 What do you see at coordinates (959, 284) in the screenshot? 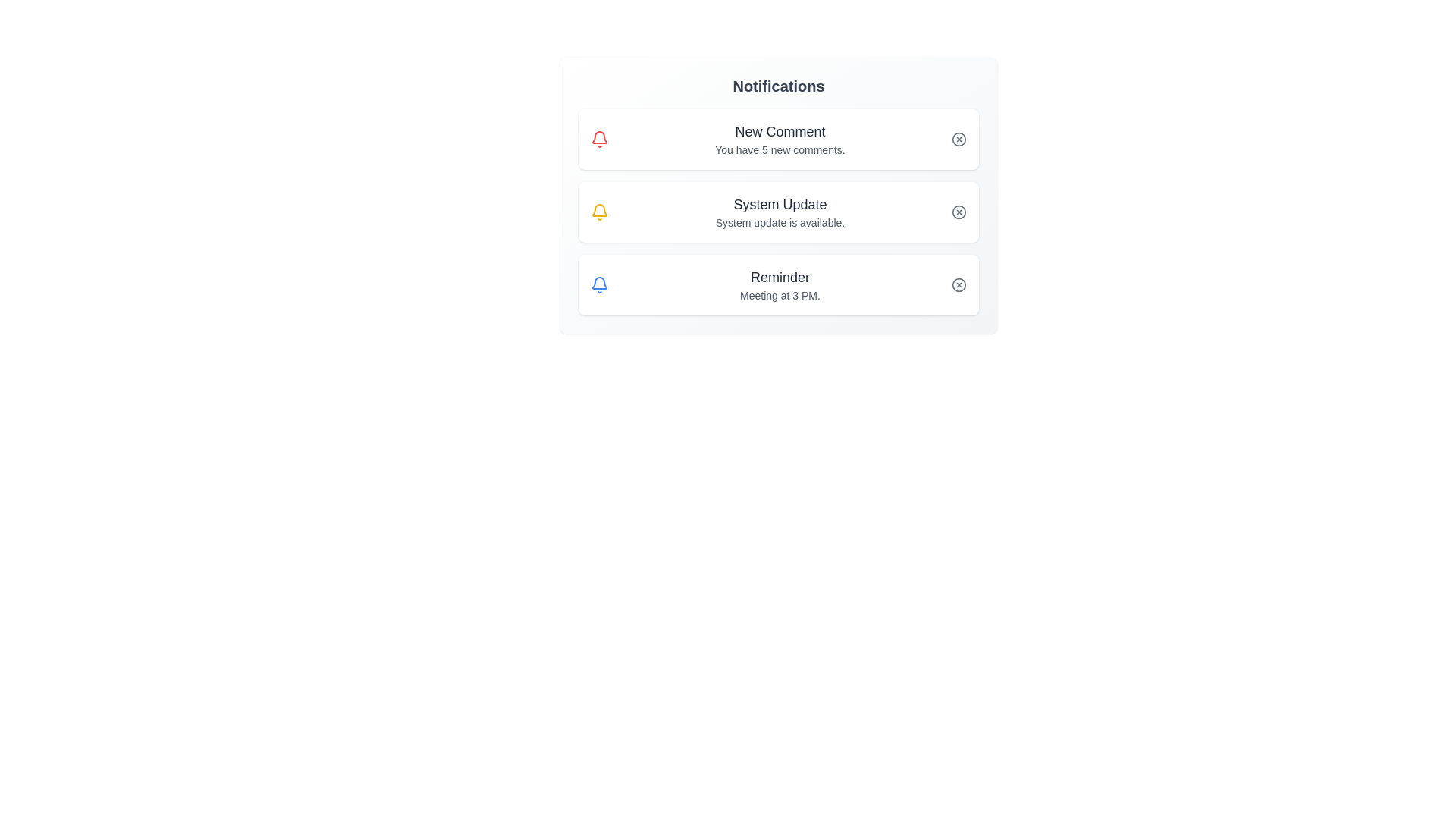
I see `the circular element representing the dismiss action within the notification action component, located in the third row of the notification list` at bounding box center [959, 284].